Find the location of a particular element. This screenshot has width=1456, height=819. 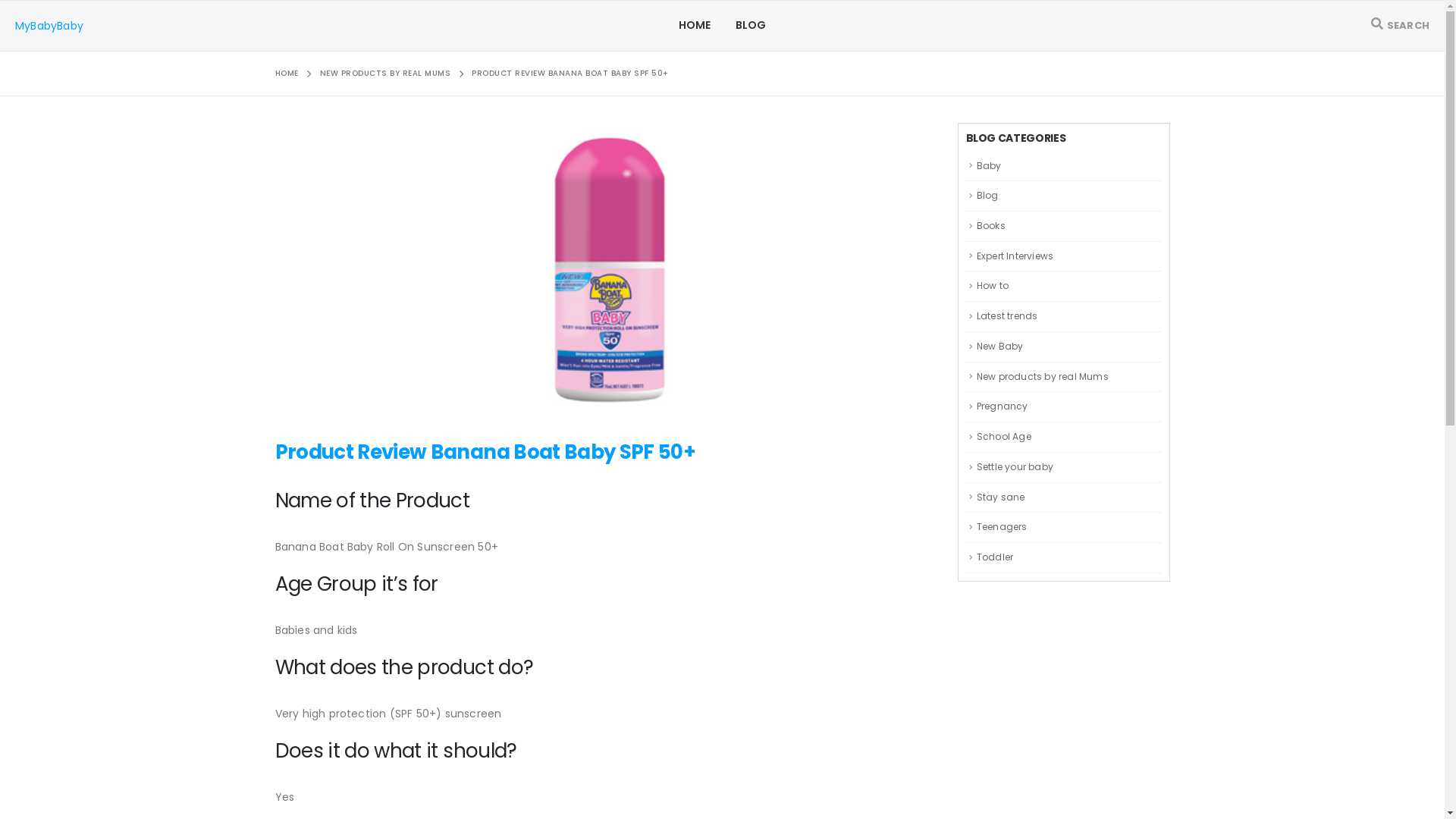

'Teenagers' is located at coordinates (1002, 526).